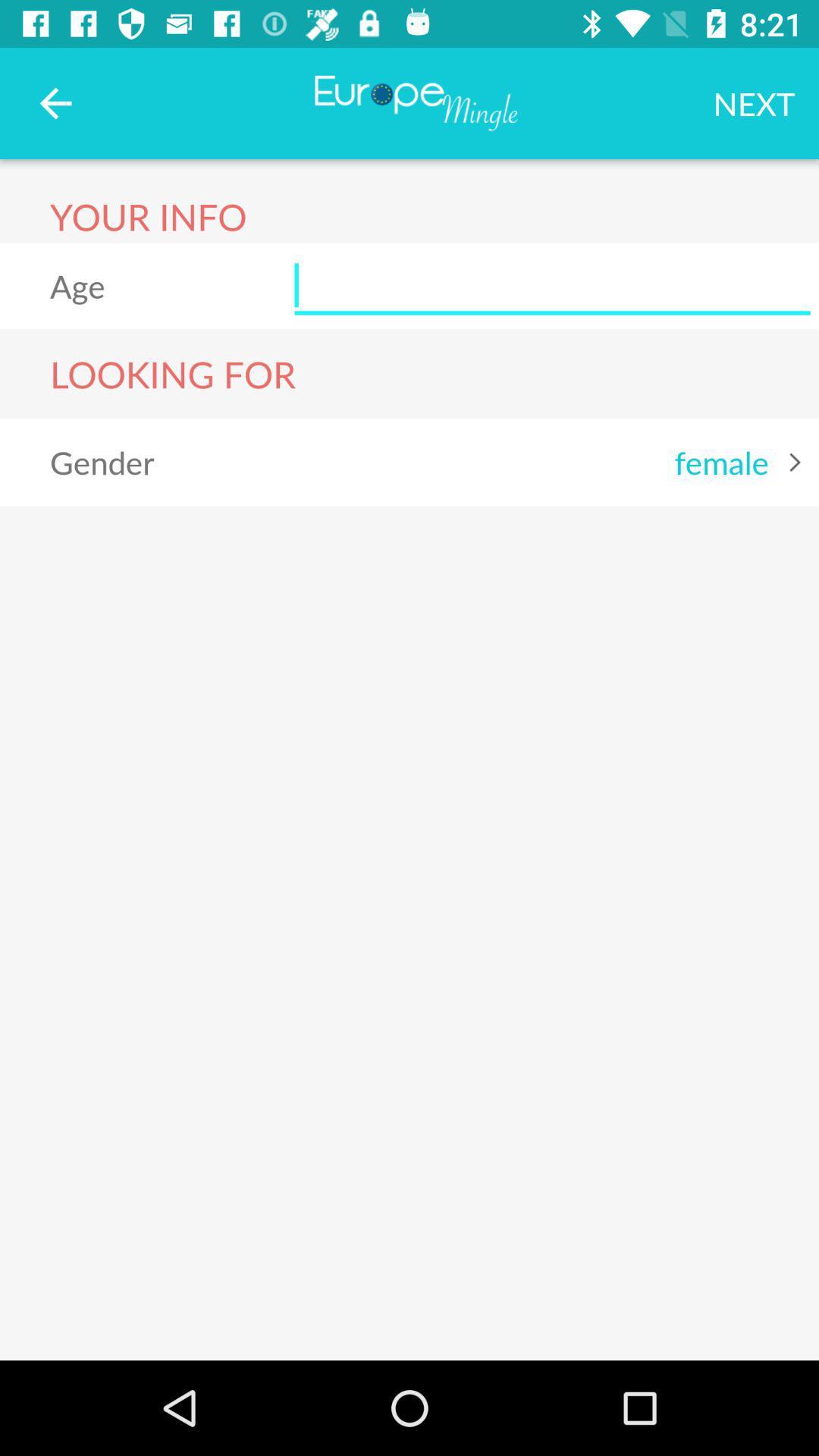 Image resolution: width=819 pixels, height=1456 pixels. What do you see at coordinates (552, 286) in the screenshot?
I see `the icon above the looking for` at bounding box center [552, 286].